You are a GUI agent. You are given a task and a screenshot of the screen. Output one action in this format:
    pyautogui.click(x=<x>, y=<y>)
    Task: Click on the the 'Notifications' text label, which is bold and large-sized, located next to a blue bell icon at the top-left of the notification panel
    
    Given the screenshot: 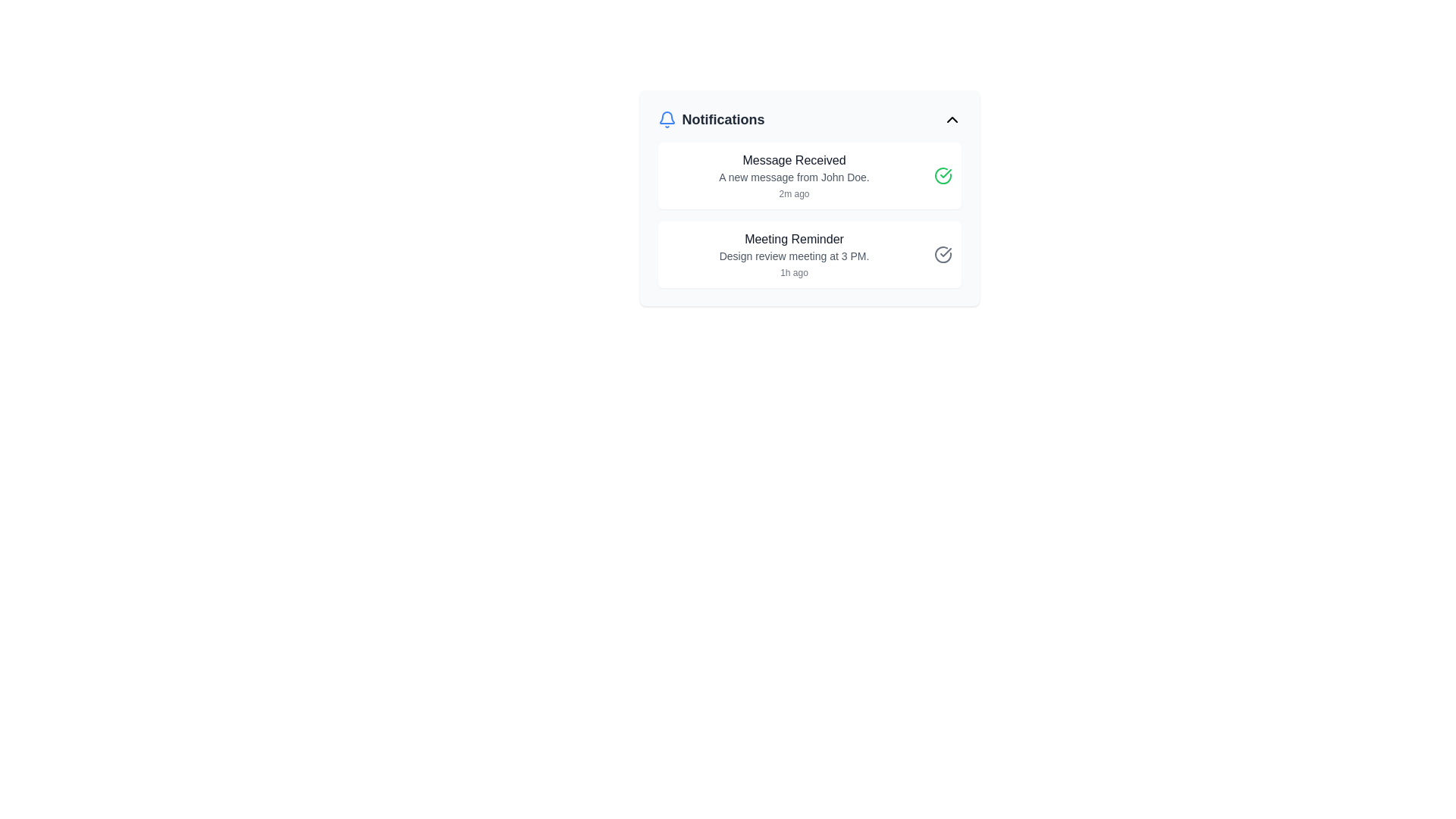 What is the action you would take?
    pyautogui.click(x=710, y=119)
    